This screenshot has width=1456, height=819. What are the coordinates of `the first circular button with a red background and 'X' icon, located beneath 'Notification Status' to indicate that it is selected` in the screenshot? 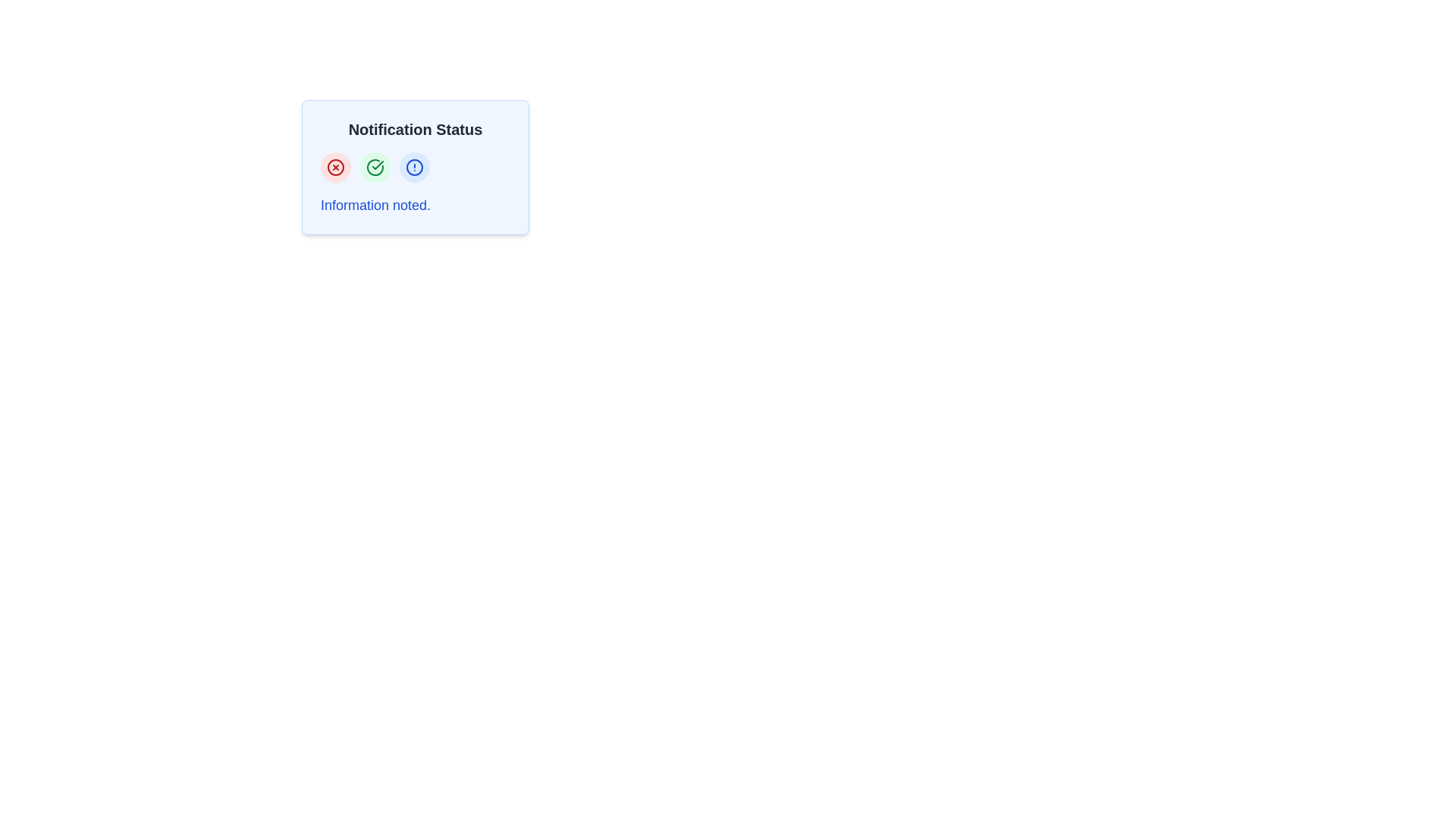 It's located at (334, 167).